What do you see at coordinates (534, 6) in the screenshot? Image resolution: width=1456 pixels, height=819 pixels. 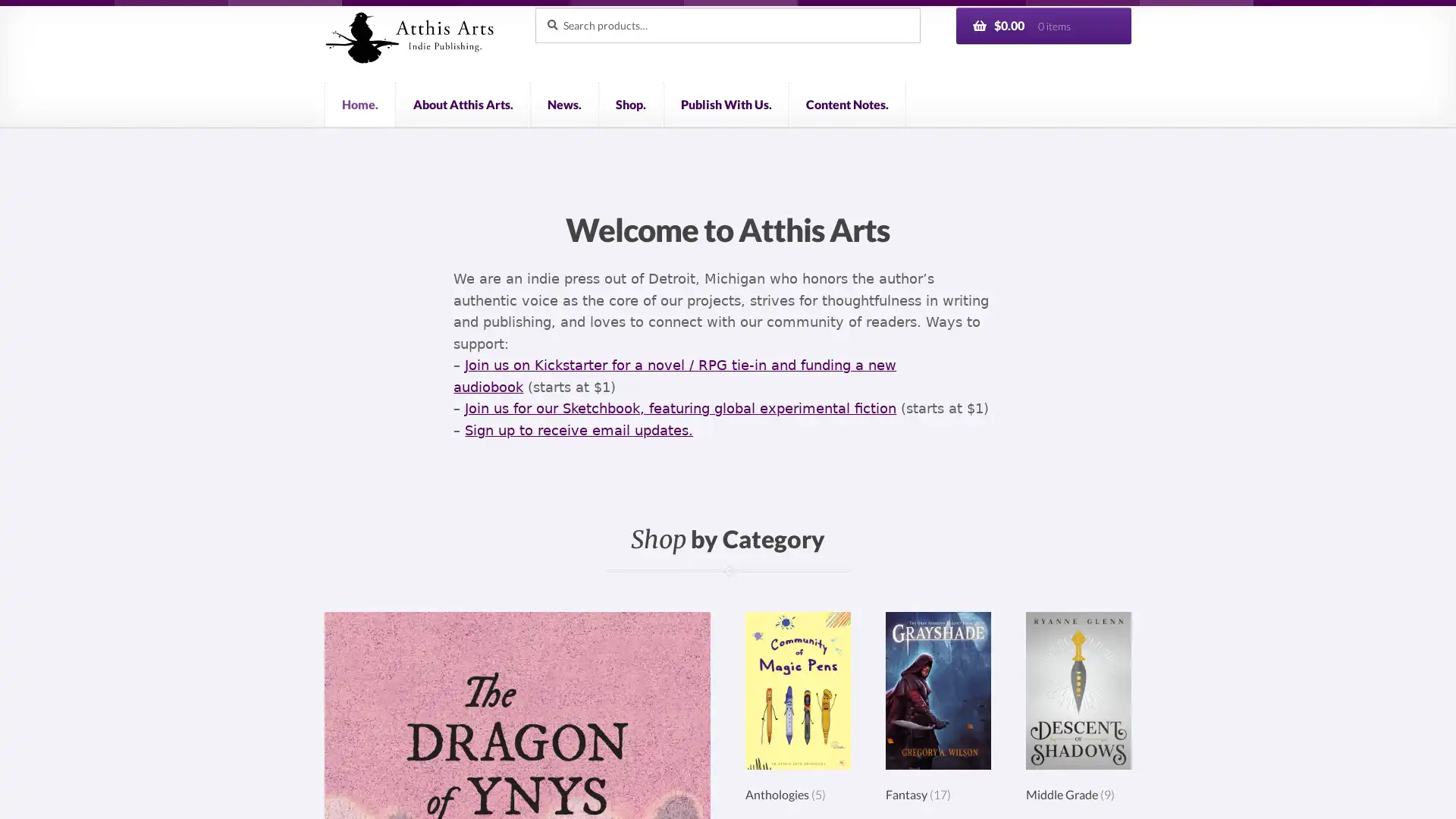 I see `Search` at bounding box center [534, 6].